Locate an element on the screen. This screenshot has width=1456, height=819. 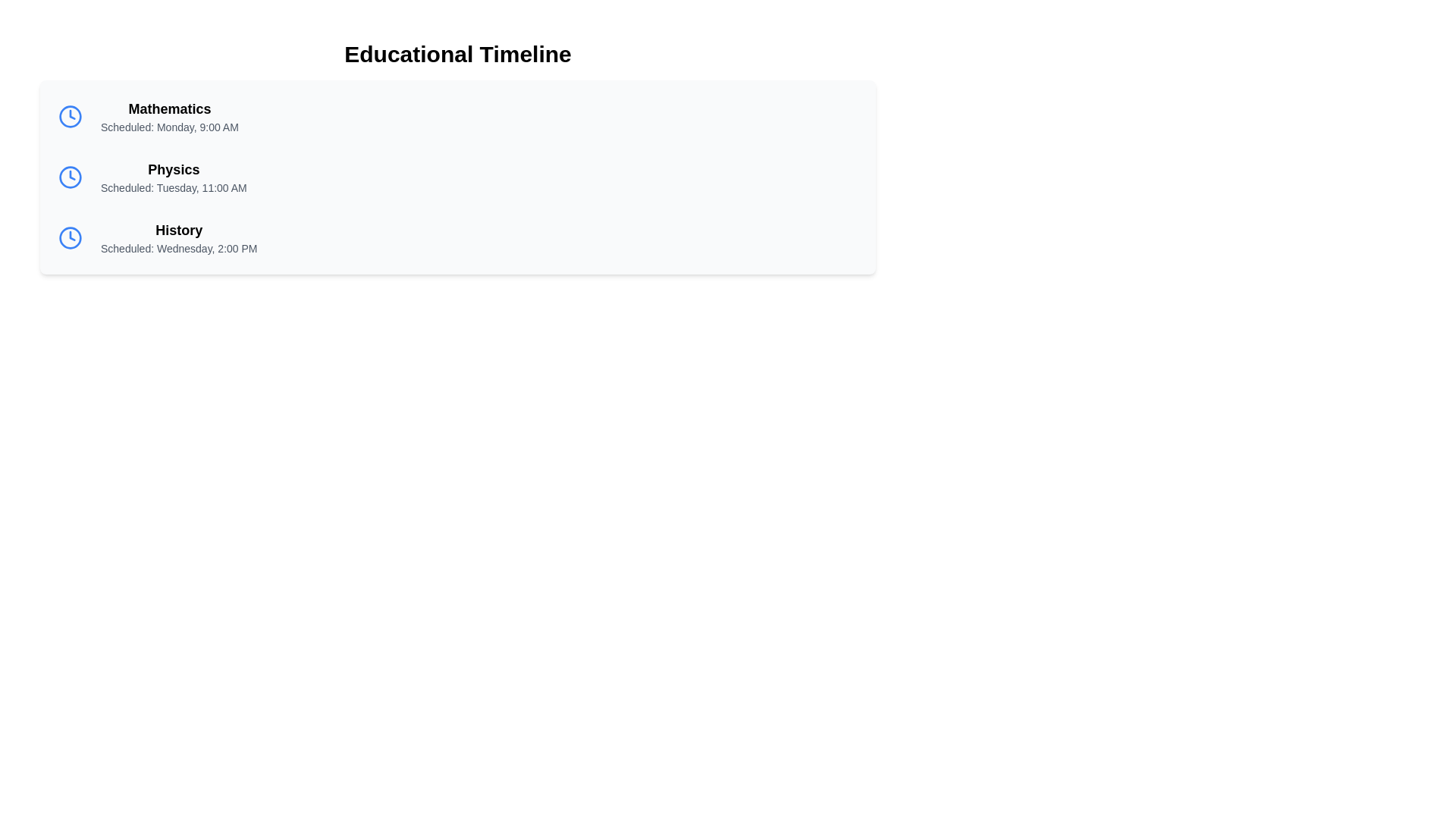
the icon representing the scheduled time for the 'Mathematics' subject, located to the left of the 'Mathematics' heading is located at coordinates (69, 116).